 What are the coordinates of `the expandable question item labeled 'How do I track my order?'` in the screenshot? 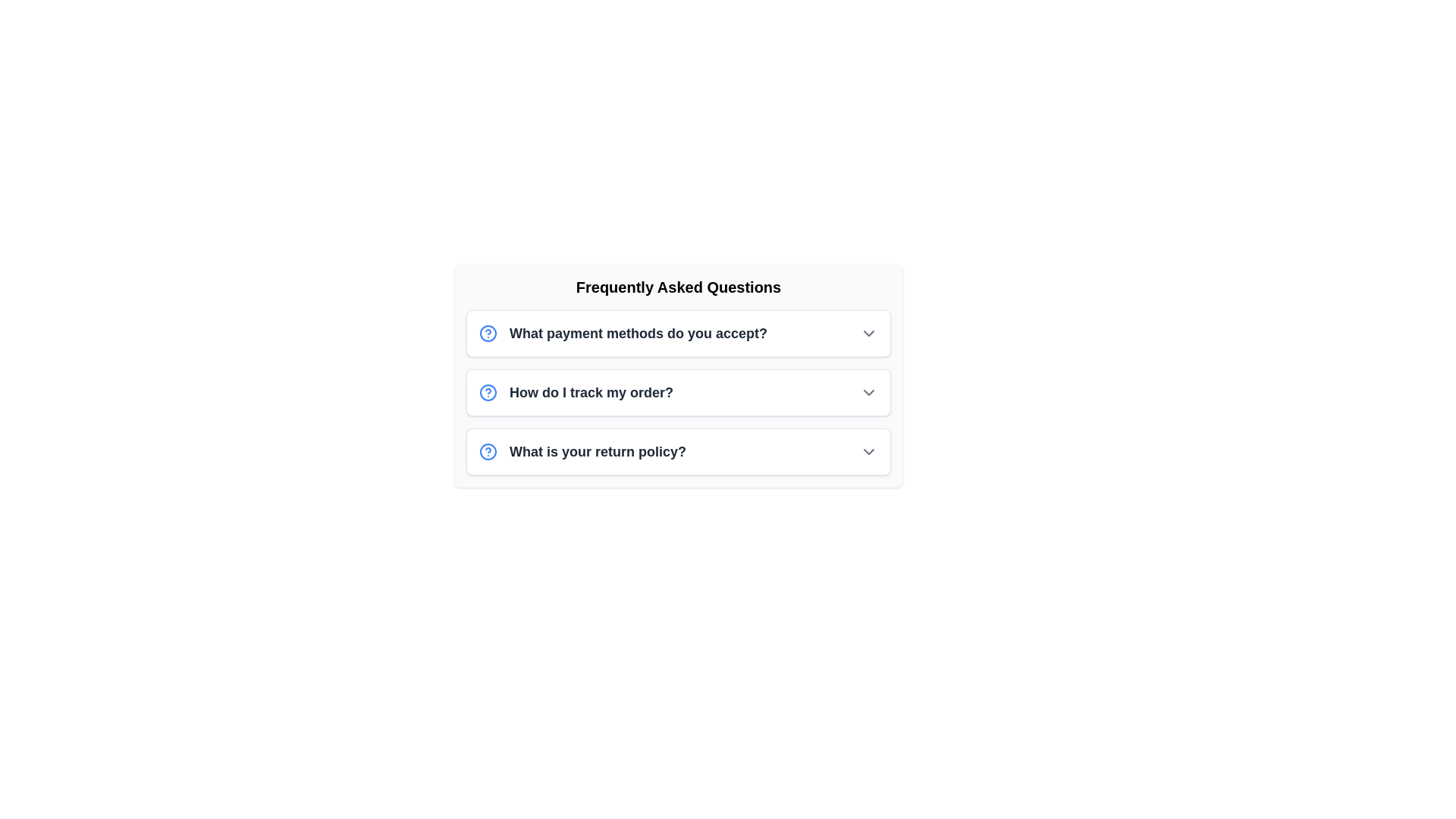 It's located at (575, 391).